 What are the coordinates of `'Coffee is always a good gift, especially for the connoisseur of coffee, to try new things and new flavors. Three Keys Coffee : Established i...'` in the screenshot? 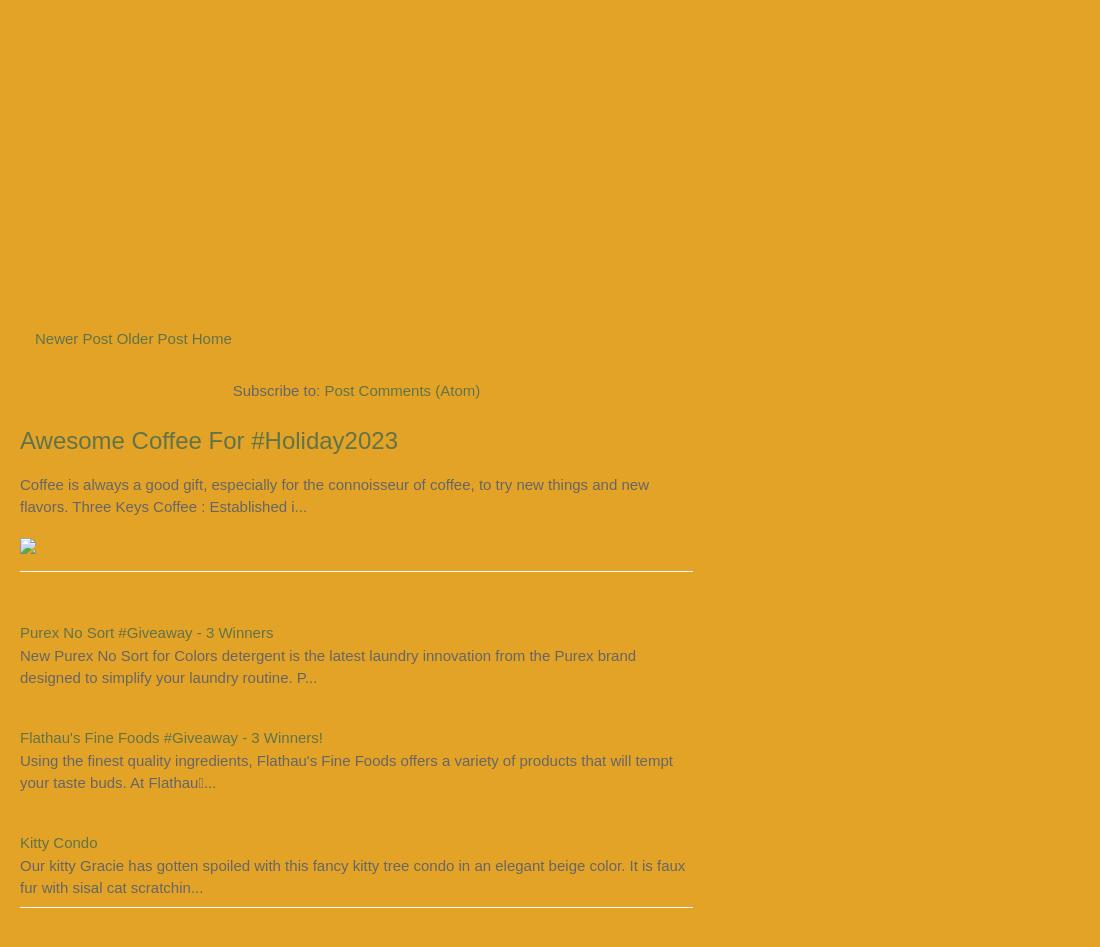 It's located at (332, 493).